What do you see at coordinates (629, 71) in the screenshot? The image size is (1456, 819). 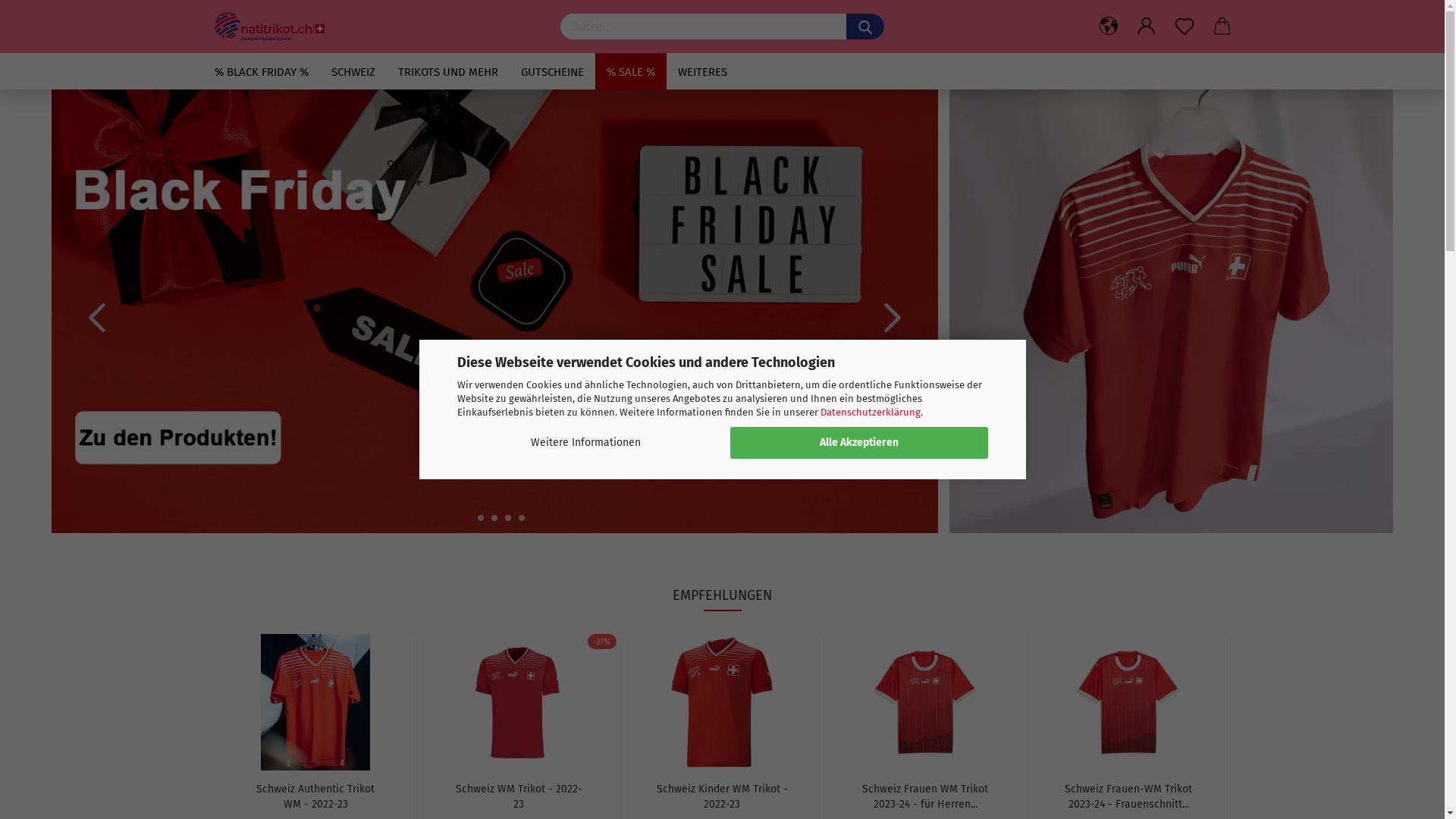 I see `'% SALE %'` at bounding box center [629, 71].